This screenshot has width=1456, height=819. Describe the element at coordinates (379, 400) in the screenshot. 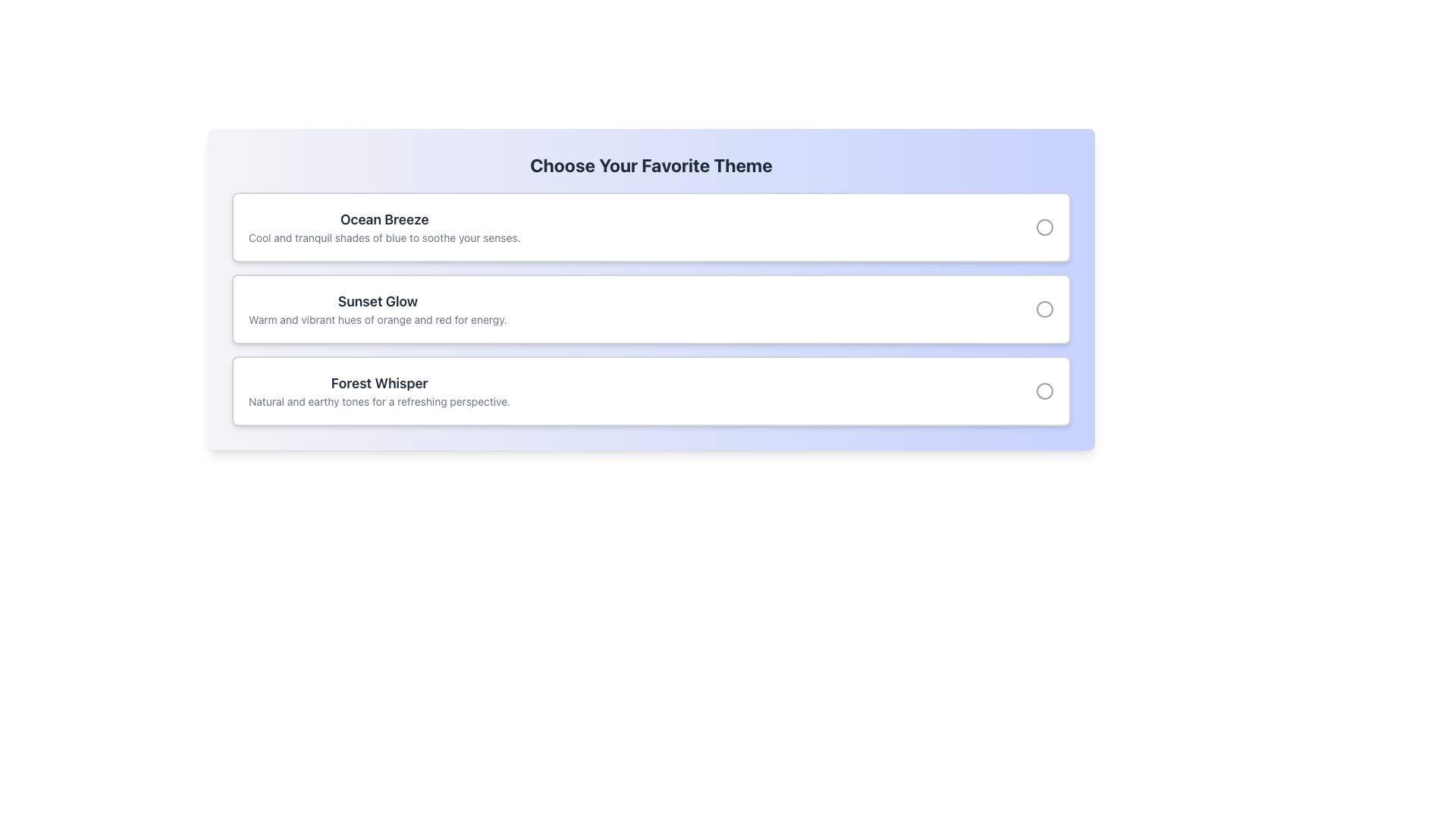

I see `the descriptive text element for the 'Forest Whisper' theme, which is located below the title in the third selectable option of the 'Choose Your Favorite Theme' list` at that location.